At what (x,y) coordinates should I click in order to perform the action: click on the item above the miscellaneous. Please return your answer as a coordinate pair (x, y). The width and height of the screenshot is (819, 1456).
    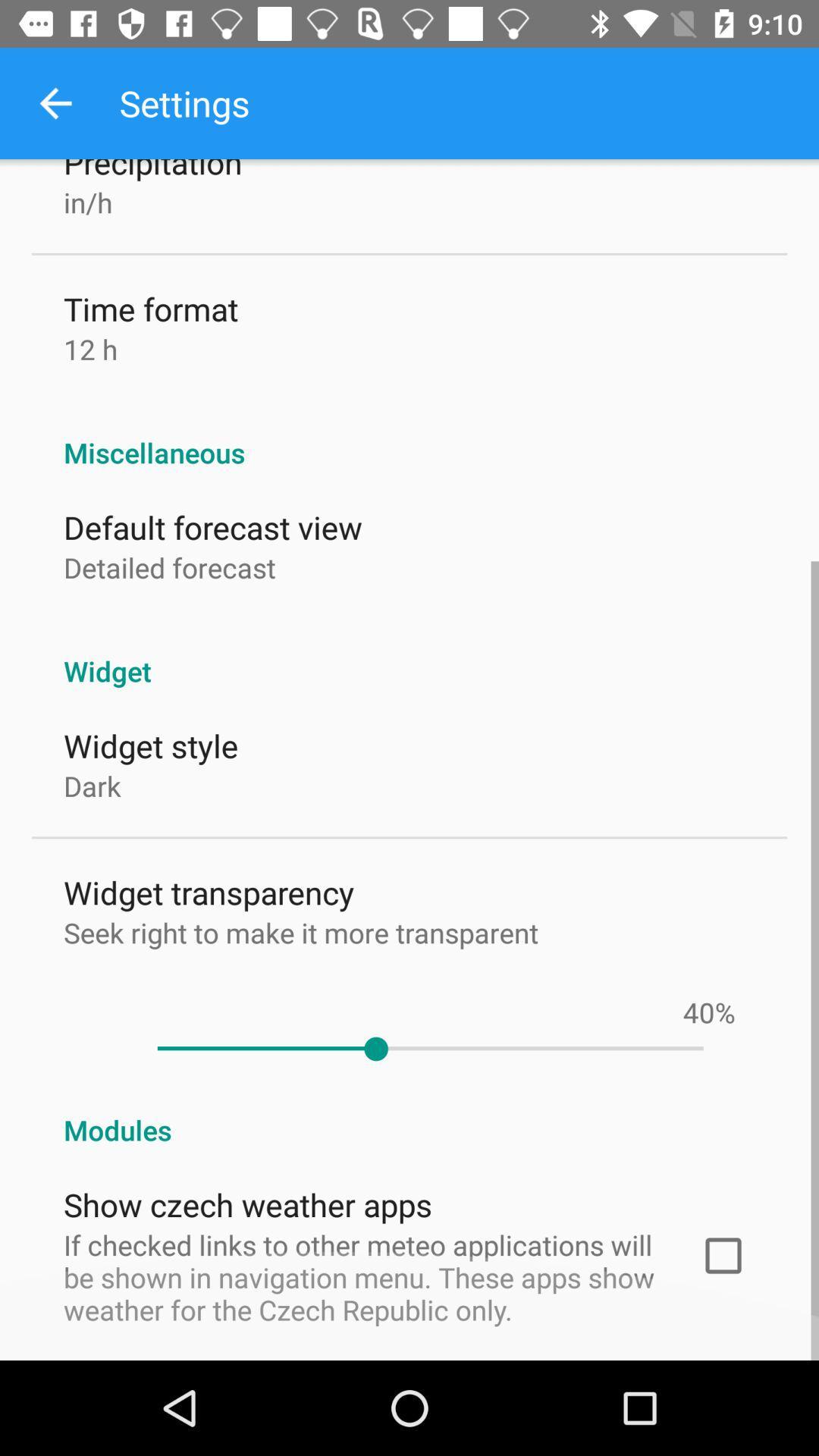
    Looking at the image, I should click on (90, 348).